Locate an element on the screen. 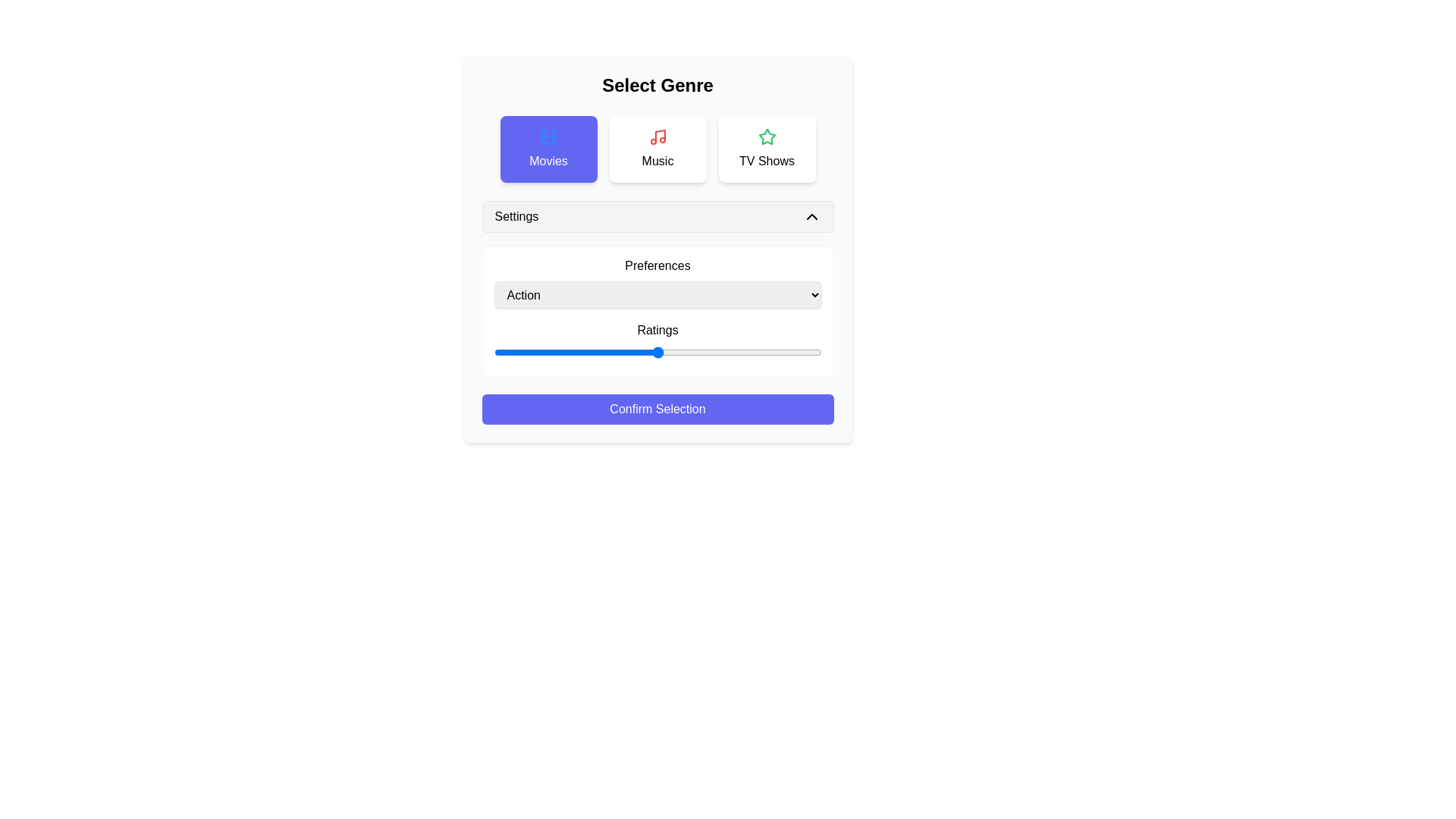 This screenshot has width=1456, height=819. the Text label that serves as a section or settings area indicator within the horizontal bar below the genre selection panel is located at coordinates (516, 216).